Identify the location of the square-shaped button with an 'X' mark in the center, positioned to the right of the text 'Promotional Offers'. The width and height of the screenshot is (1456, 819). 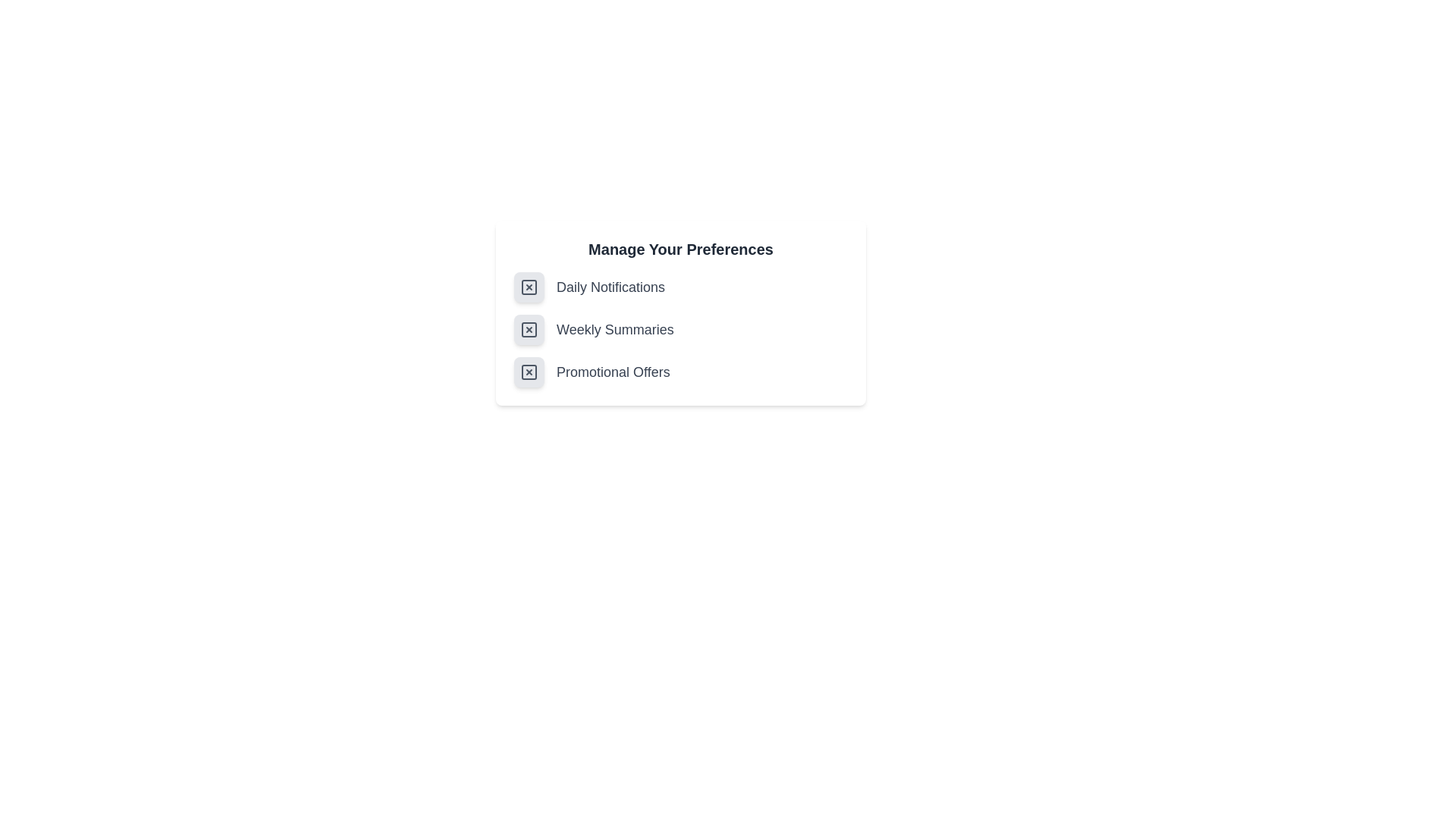
(529, 372).